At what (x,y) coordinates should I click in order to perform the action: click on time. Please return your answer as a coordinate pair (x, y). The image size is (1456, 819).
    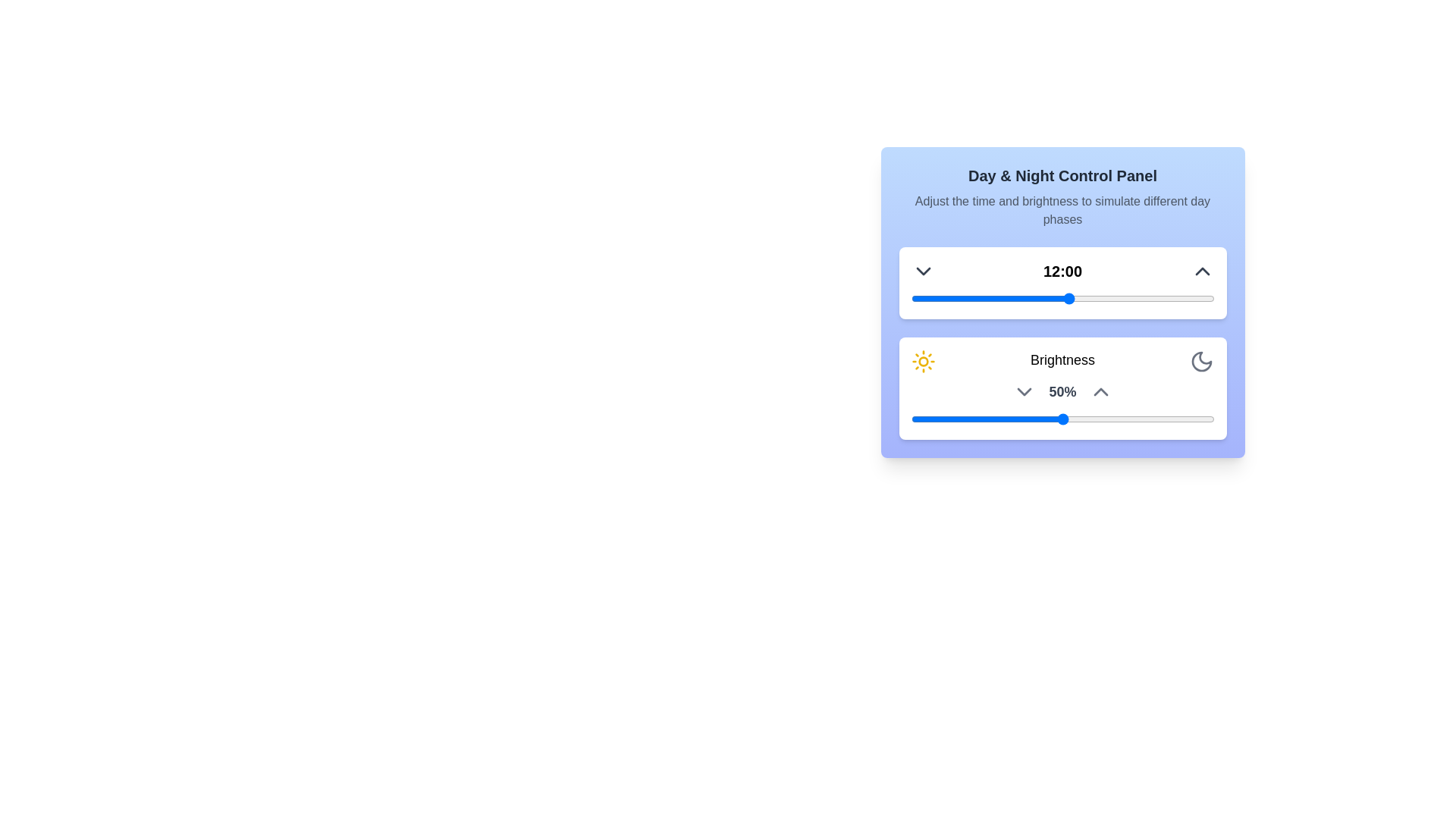
    Looking at the image, I should click on (1016, 298).